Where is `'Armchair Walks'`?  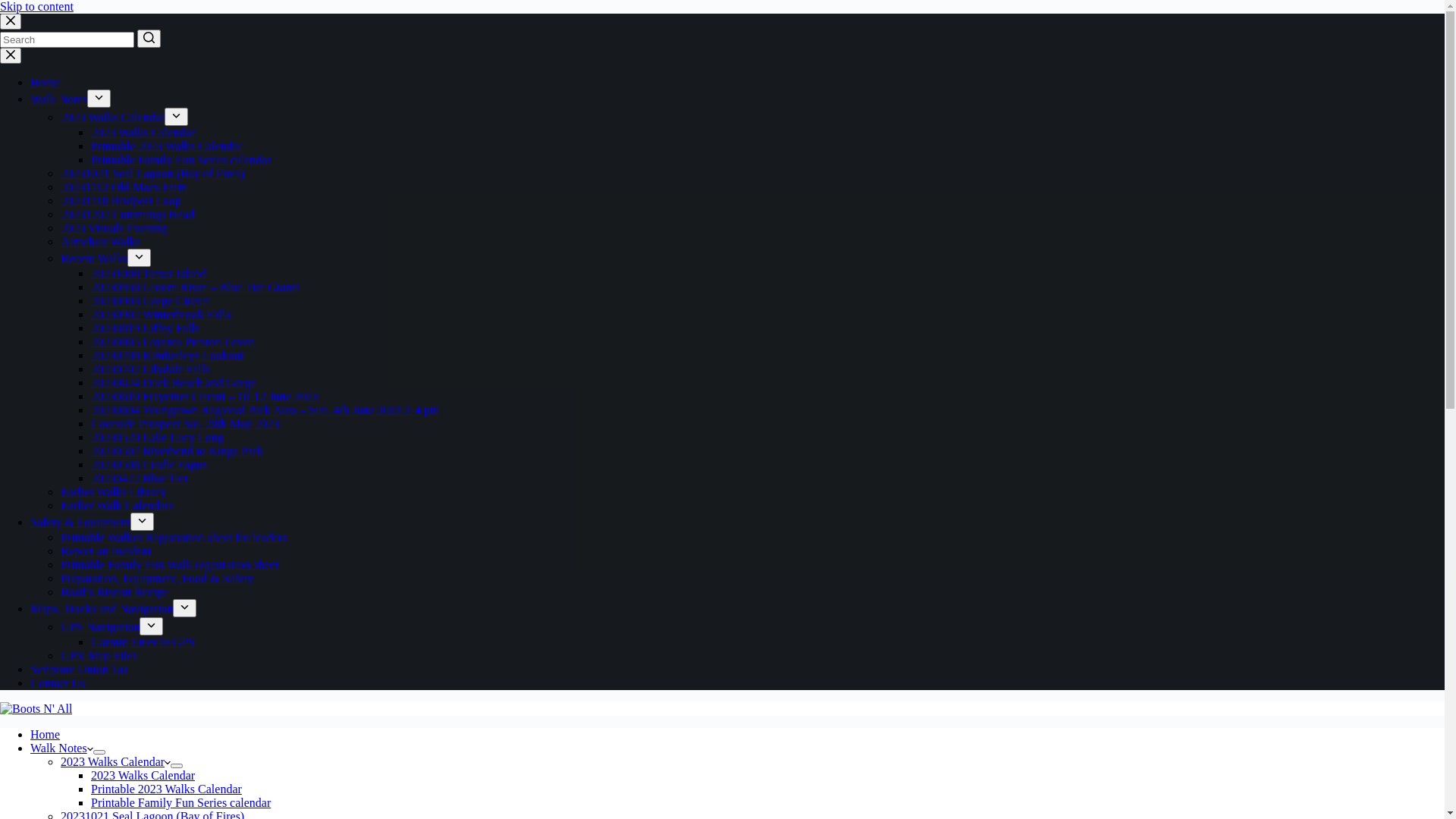
'Armchair Walks' is located at coordinates (99, 240).